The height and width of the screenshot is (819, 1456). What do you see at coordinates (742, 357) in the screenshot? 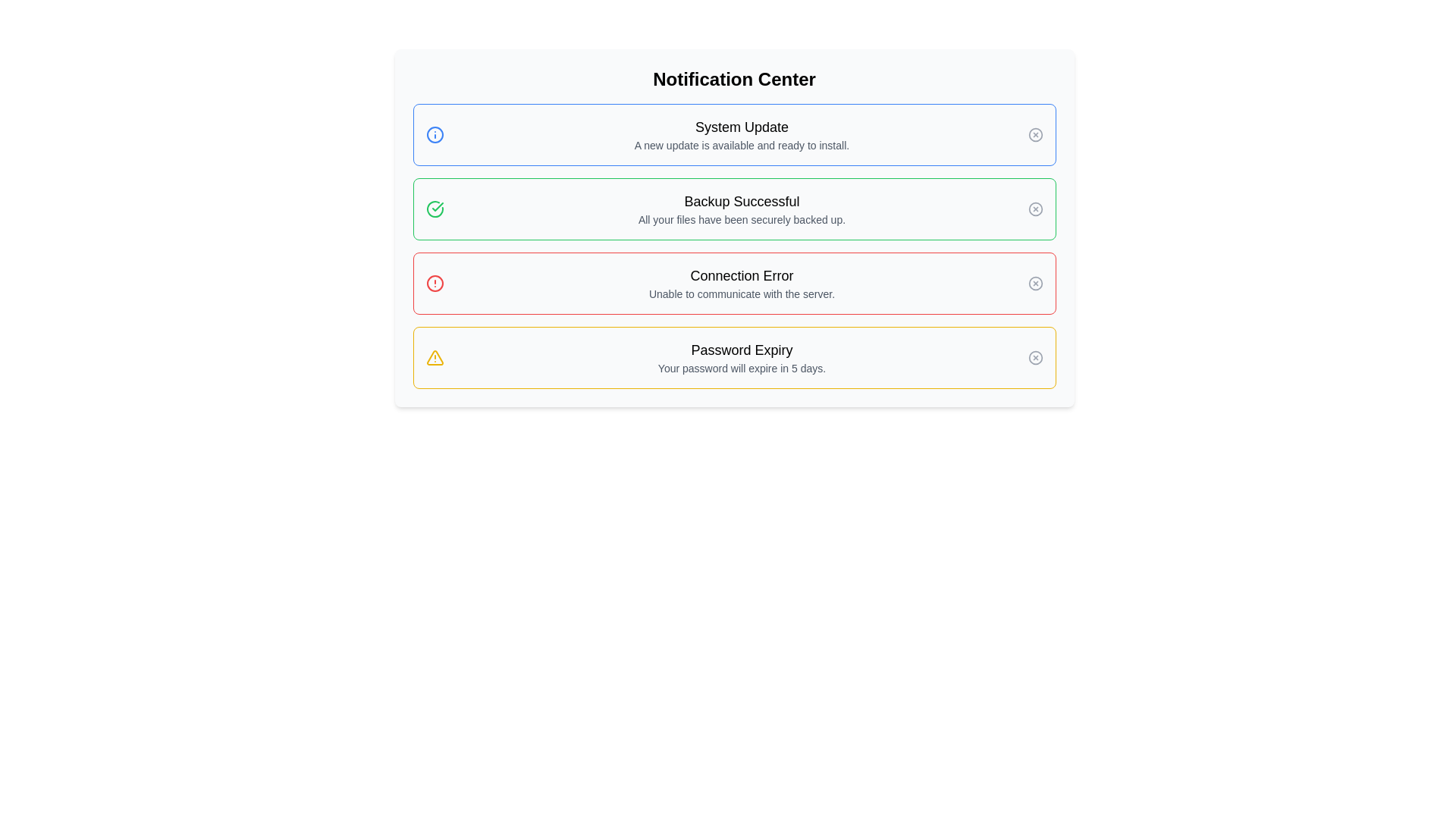
I see `information provided in the 'Password Expiry' text content block, which includes the header and description about password expiration` at bounding box center [742, 357].